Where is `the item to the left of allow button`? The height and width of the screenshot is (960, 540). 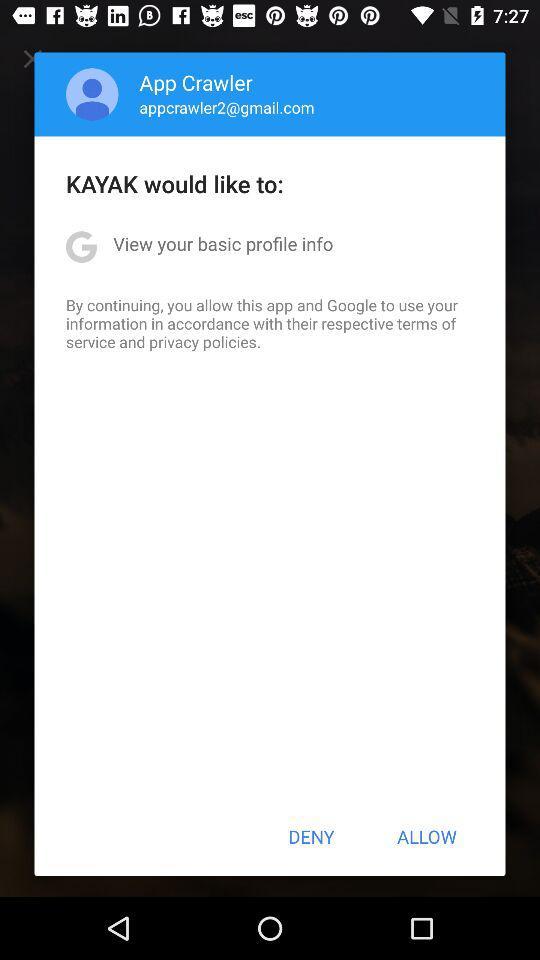 the item to the left of allow button is located at coordinates (311, 836).